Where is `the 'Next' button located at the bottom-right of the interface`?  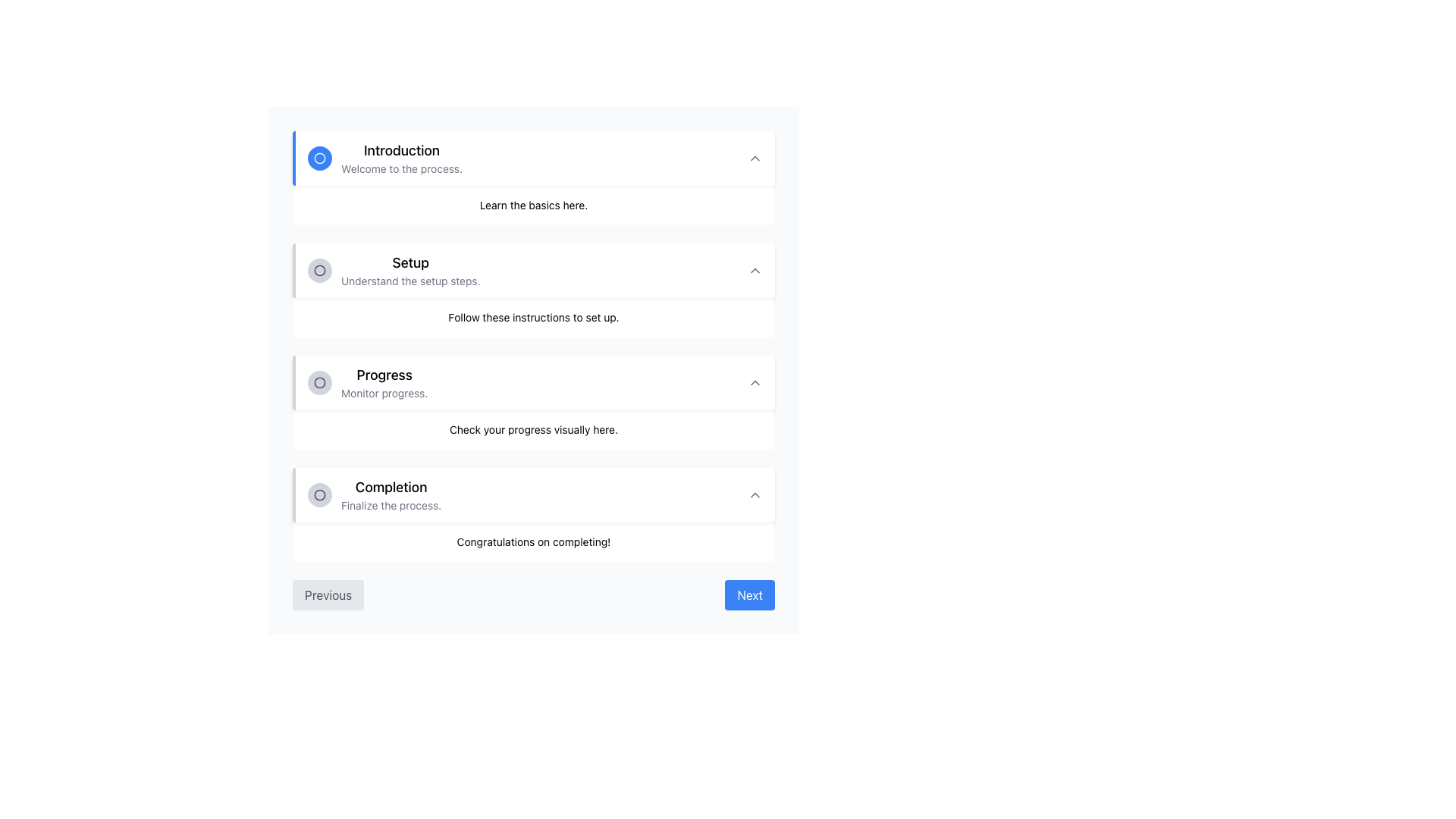
the 'Next' button located at the bottom-right of the interface is located at coordinates (750, 595).